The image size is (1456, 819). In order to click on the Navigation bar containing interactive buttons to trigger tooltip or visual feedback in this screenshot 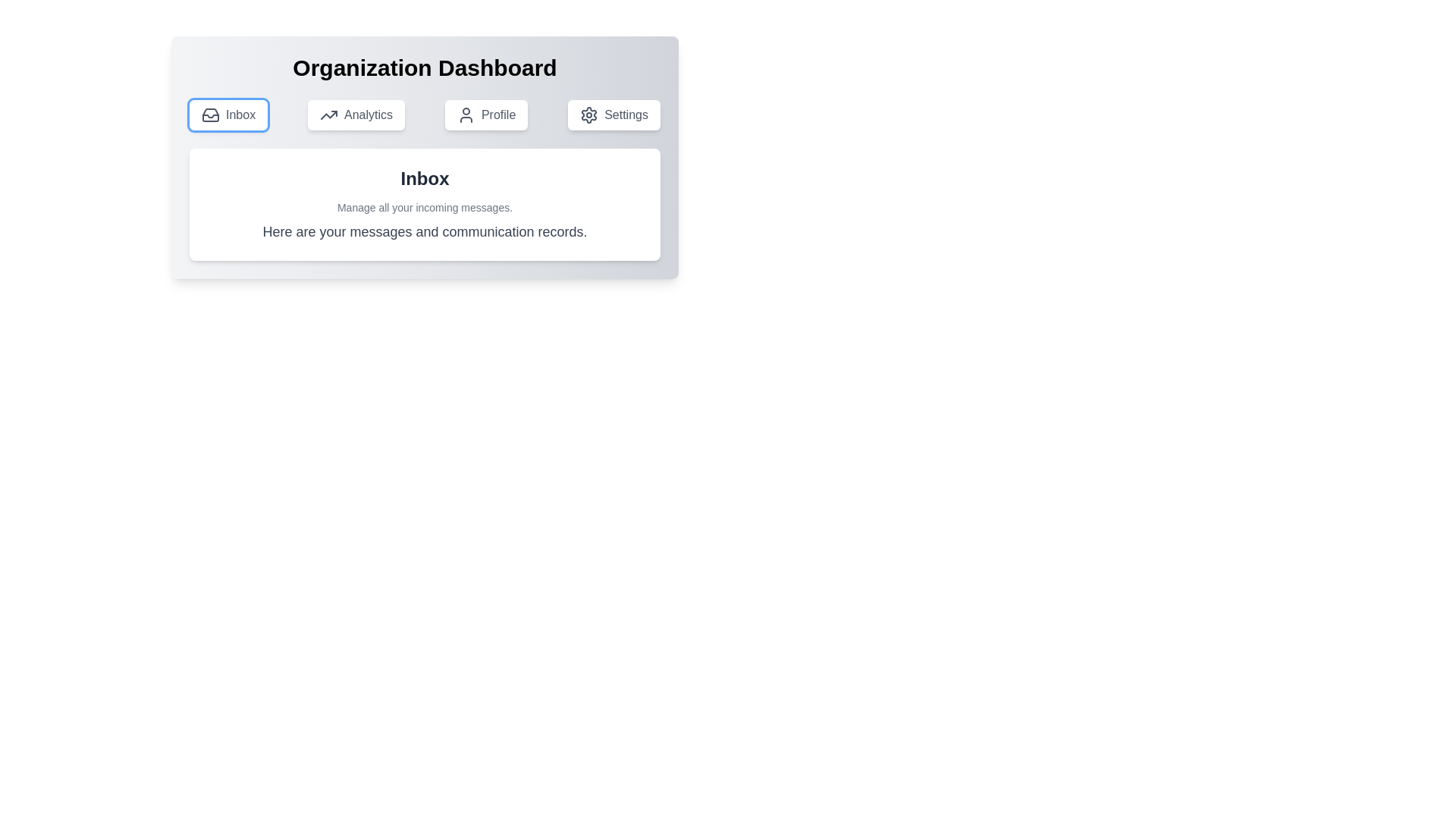, I will do `click(425, 114)`.